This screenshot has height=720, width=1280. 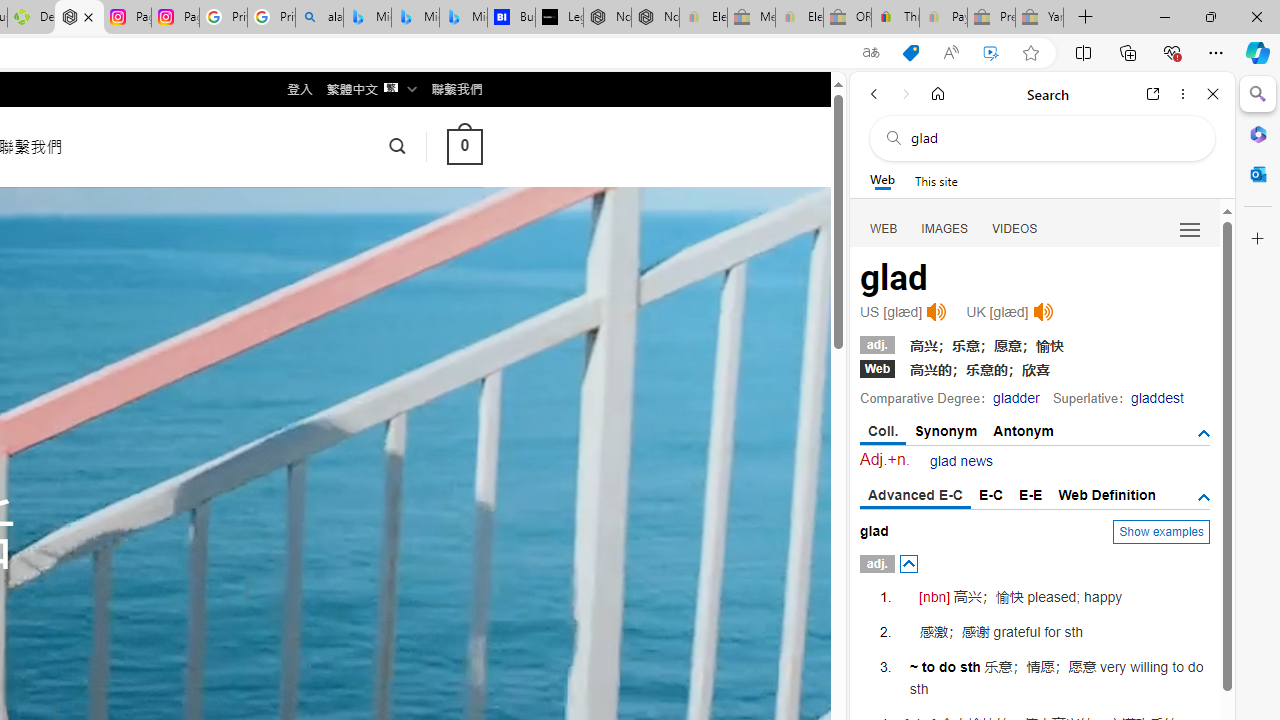 I want to click on 'Advanced E-C', so click(x=914, y=495).